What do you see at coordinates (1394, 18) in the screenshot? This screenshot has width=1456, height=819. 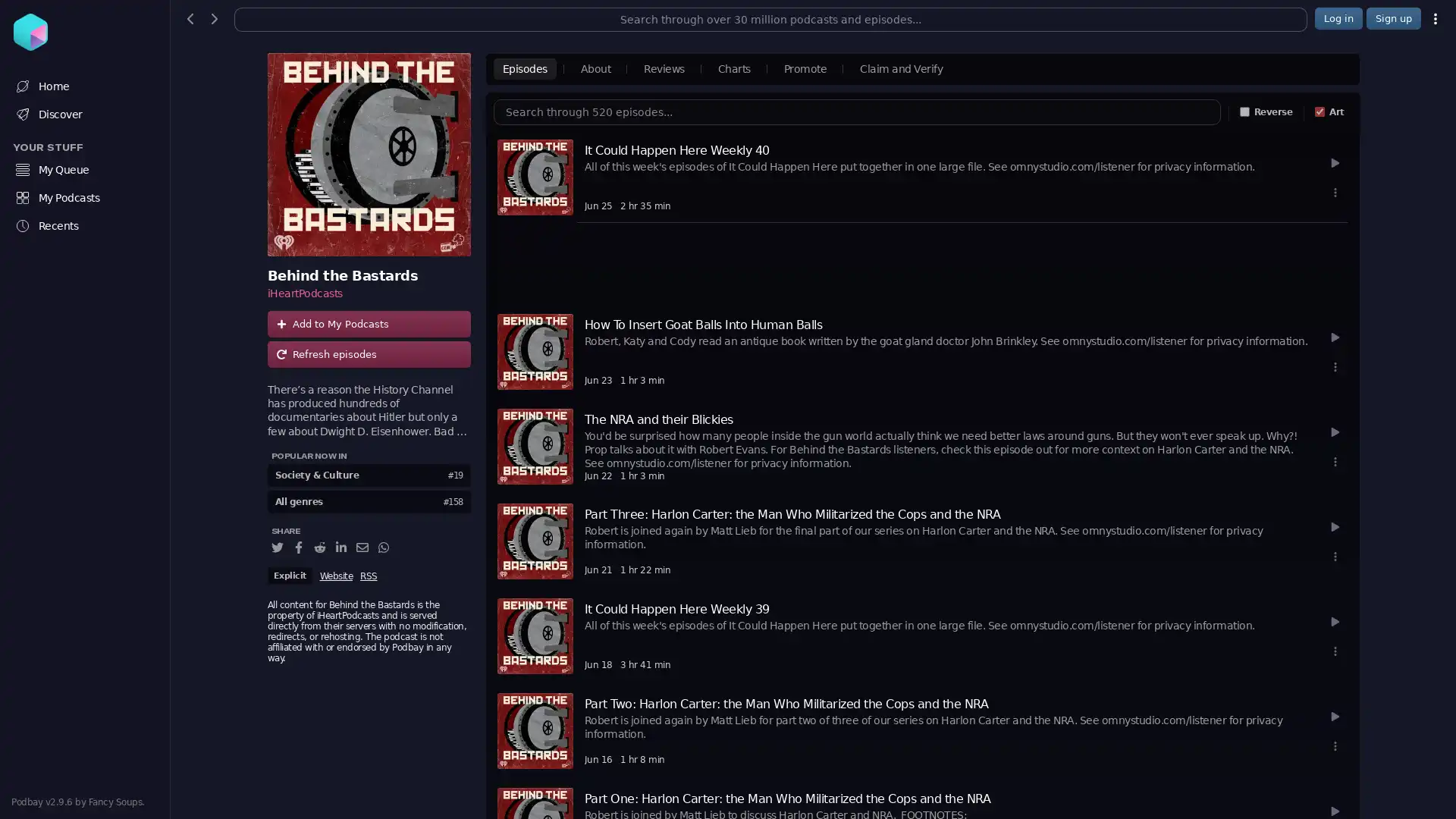 I see `Sign up` at bounding box center [1394, 18].